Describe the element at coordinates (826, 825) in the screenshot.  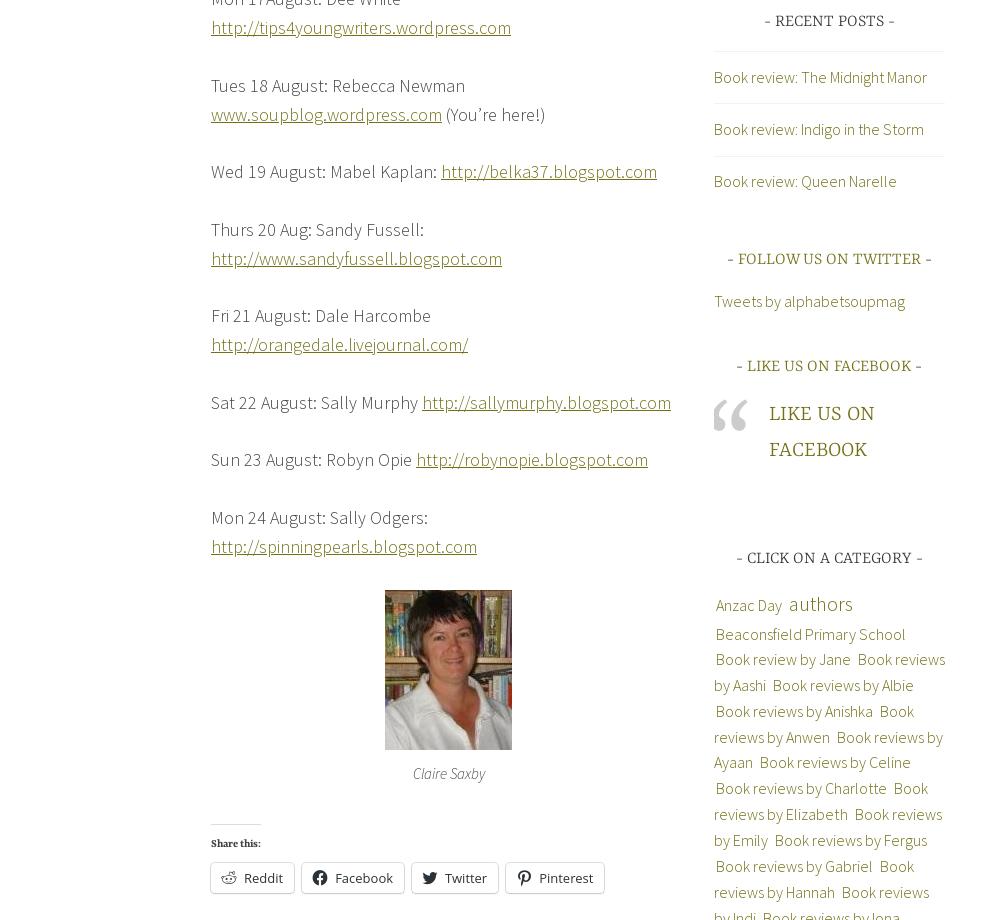
I see `'Book reviews by Emily'` at that location.